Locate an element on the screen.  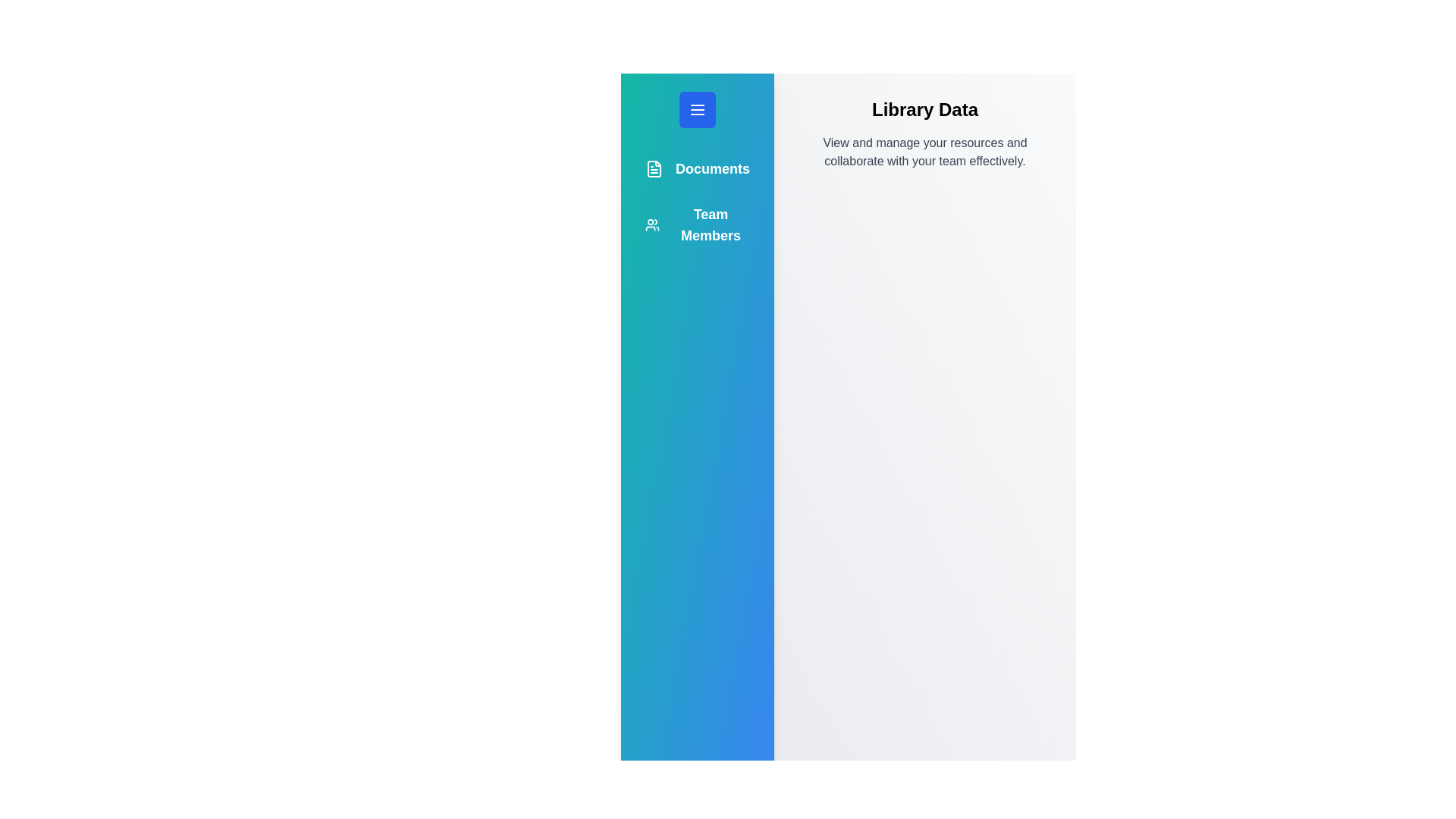
the library section labeled Documents is located at coordinates (697, 169).